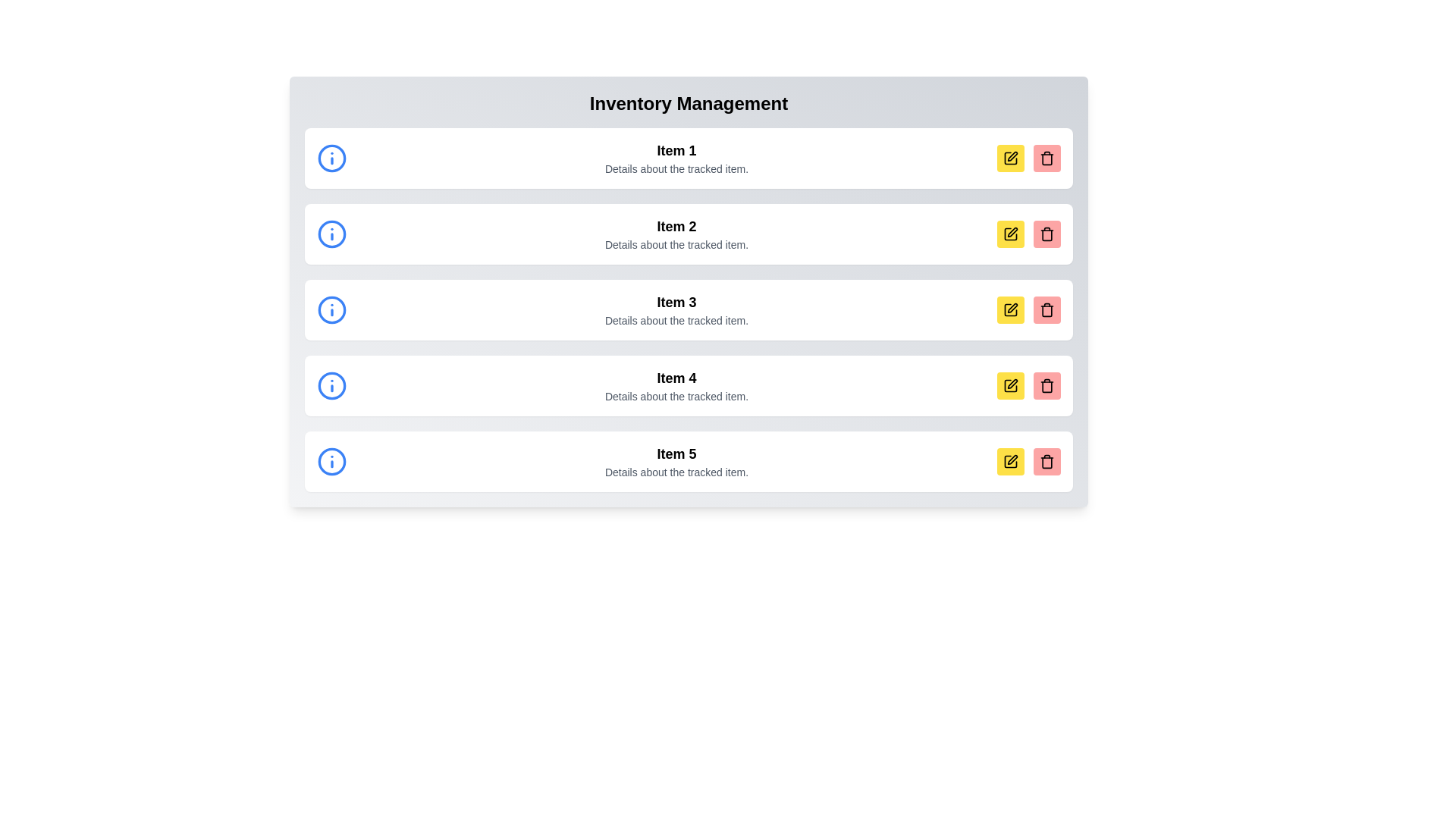 This screenshot has height=819, width=1456. What do you see at coordinates (1046, 234) in the screenshot?
I see `the trash icon button, which serves as a delete functionality for the item in the row labeled 'Item 3', located on the rightmost side of the row` at bounding box center [1046, 234].